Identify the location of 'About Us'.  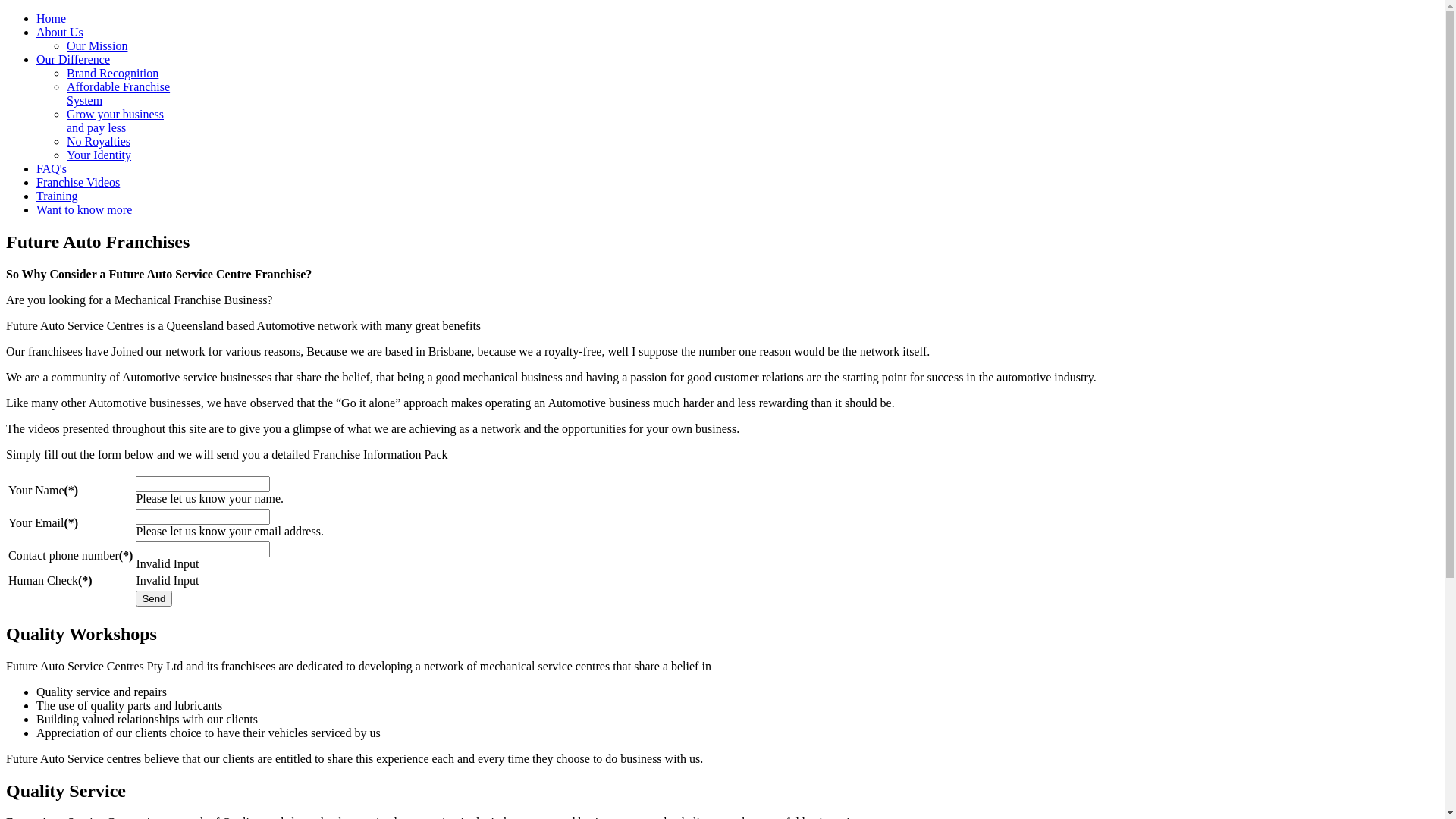
(59, 32).